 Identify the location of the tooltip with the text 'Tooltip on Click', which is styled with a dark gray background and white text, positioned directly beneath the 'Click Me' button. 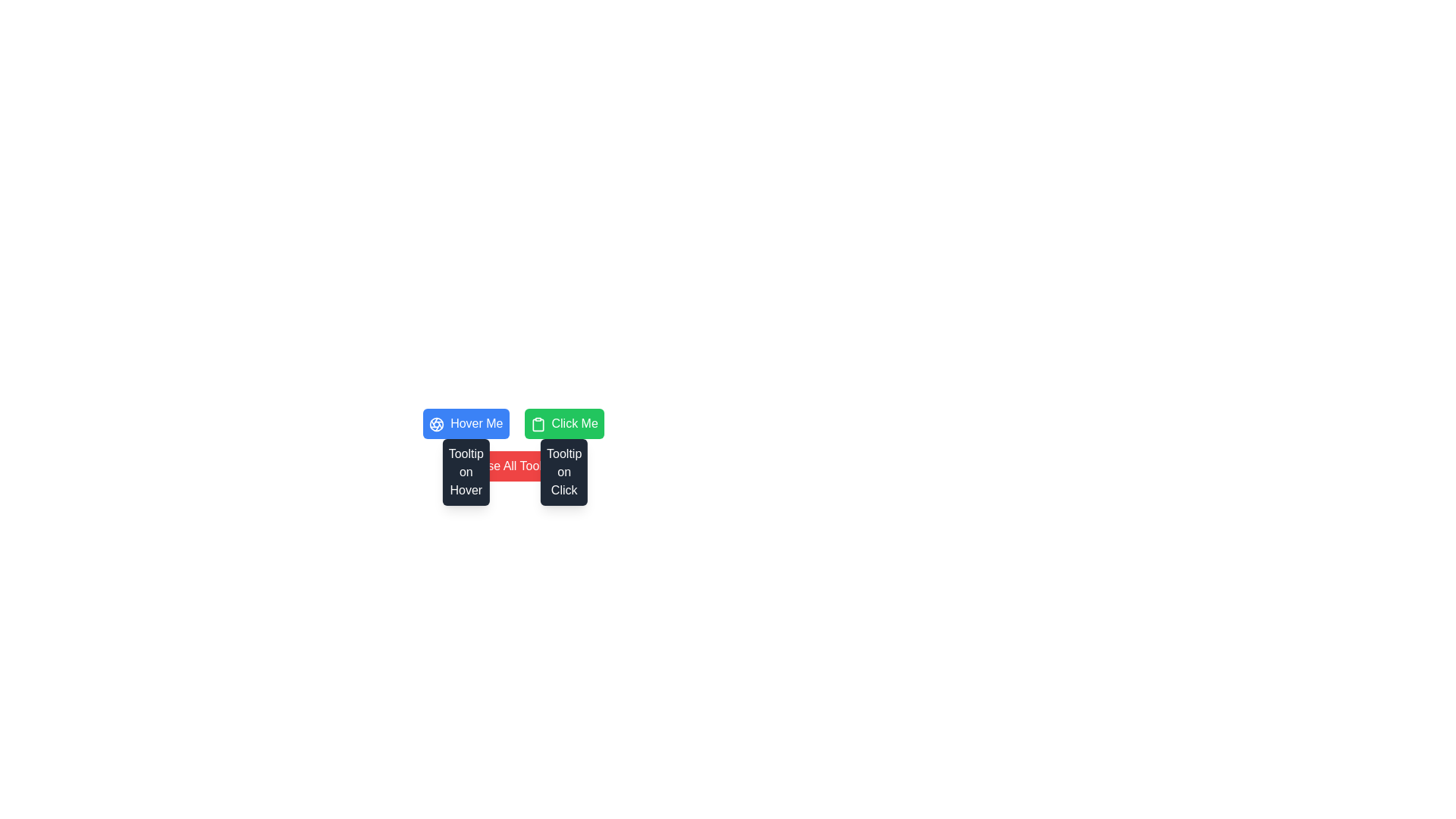
(563, 472).